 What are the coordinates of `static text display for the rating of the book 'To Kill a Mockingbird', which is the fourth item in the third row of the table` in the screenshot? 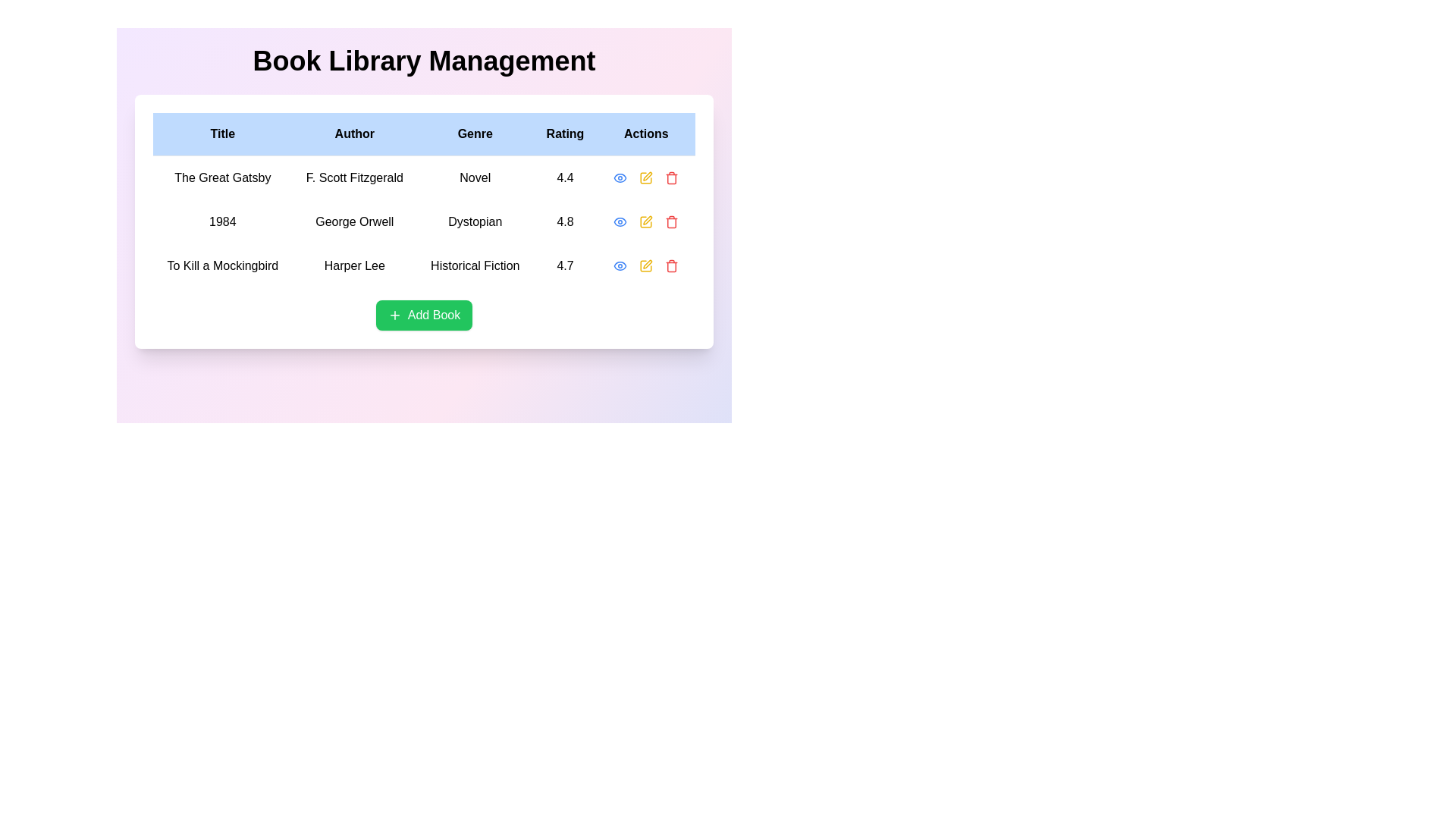 It's located at (564, 265).